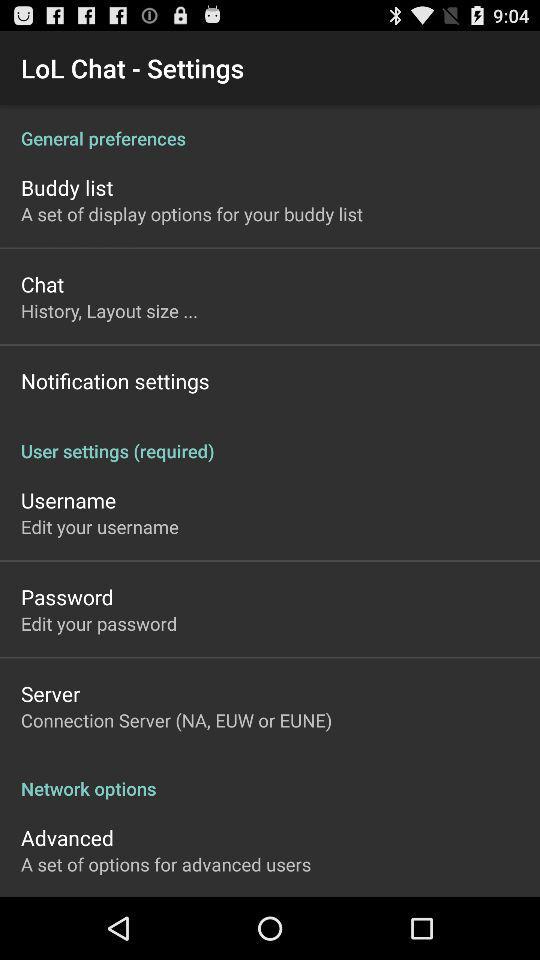  What do you see at coordinates (270, 777) in the screenshot?
I see `item above the advanced` at bounding box center [270, 777].